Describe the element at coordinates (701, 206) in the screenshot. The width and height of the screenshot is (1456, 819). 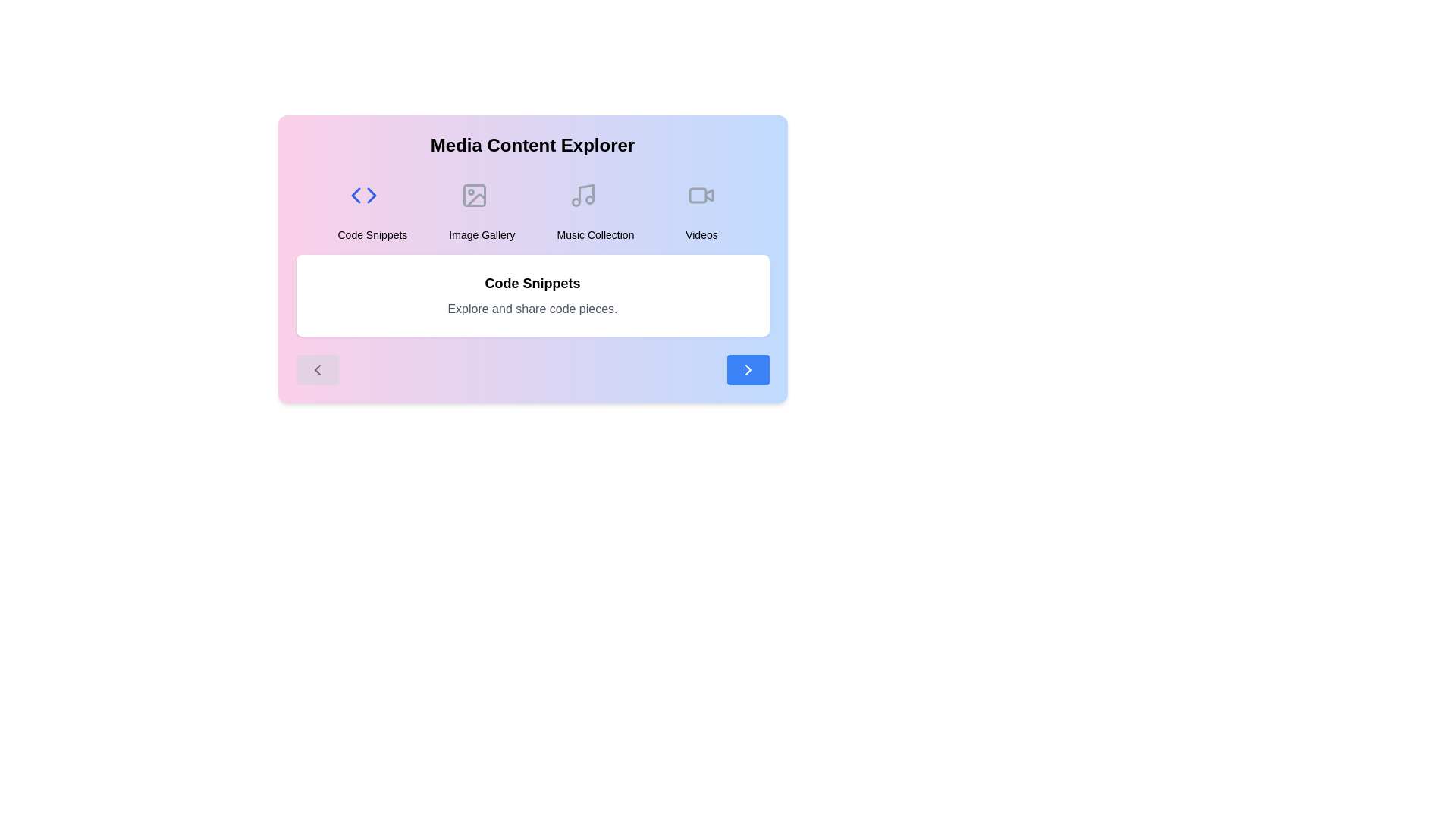
I see `the category Videos to view its description` at that location.